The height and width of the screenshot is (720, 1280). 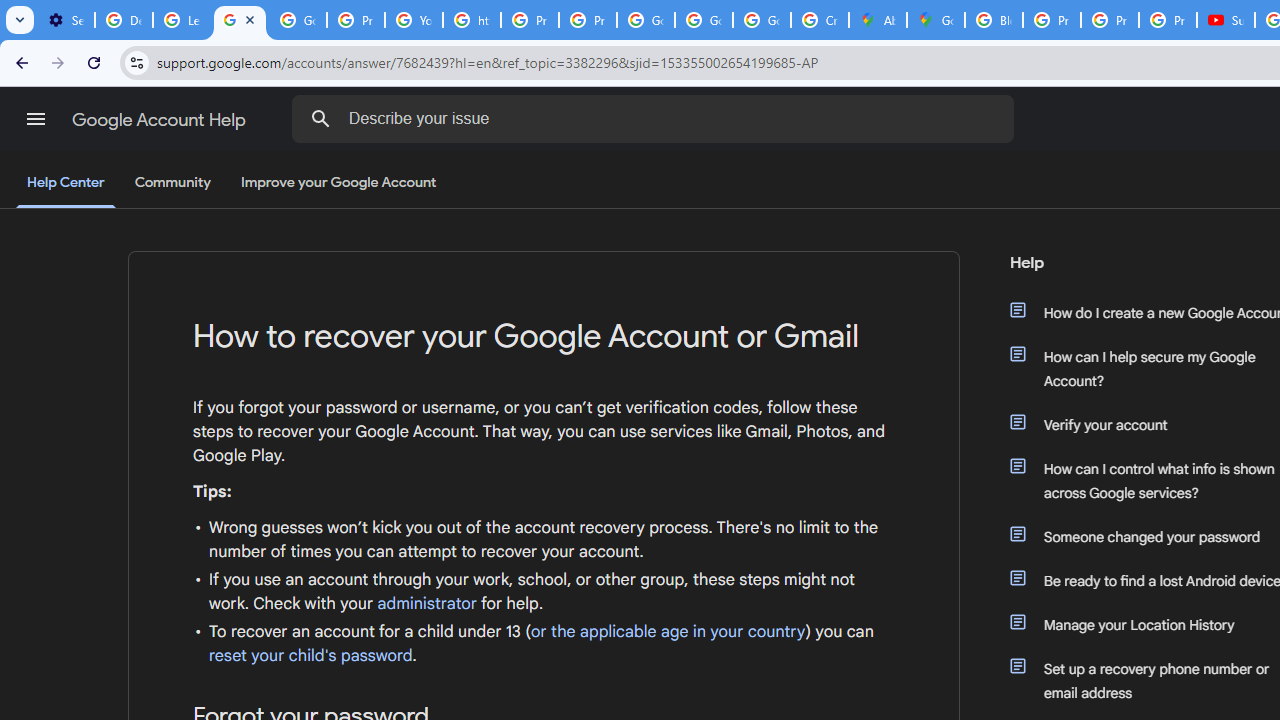 I want to click on 'Subscriptions - YouTube', so click(x=1225, y=20).